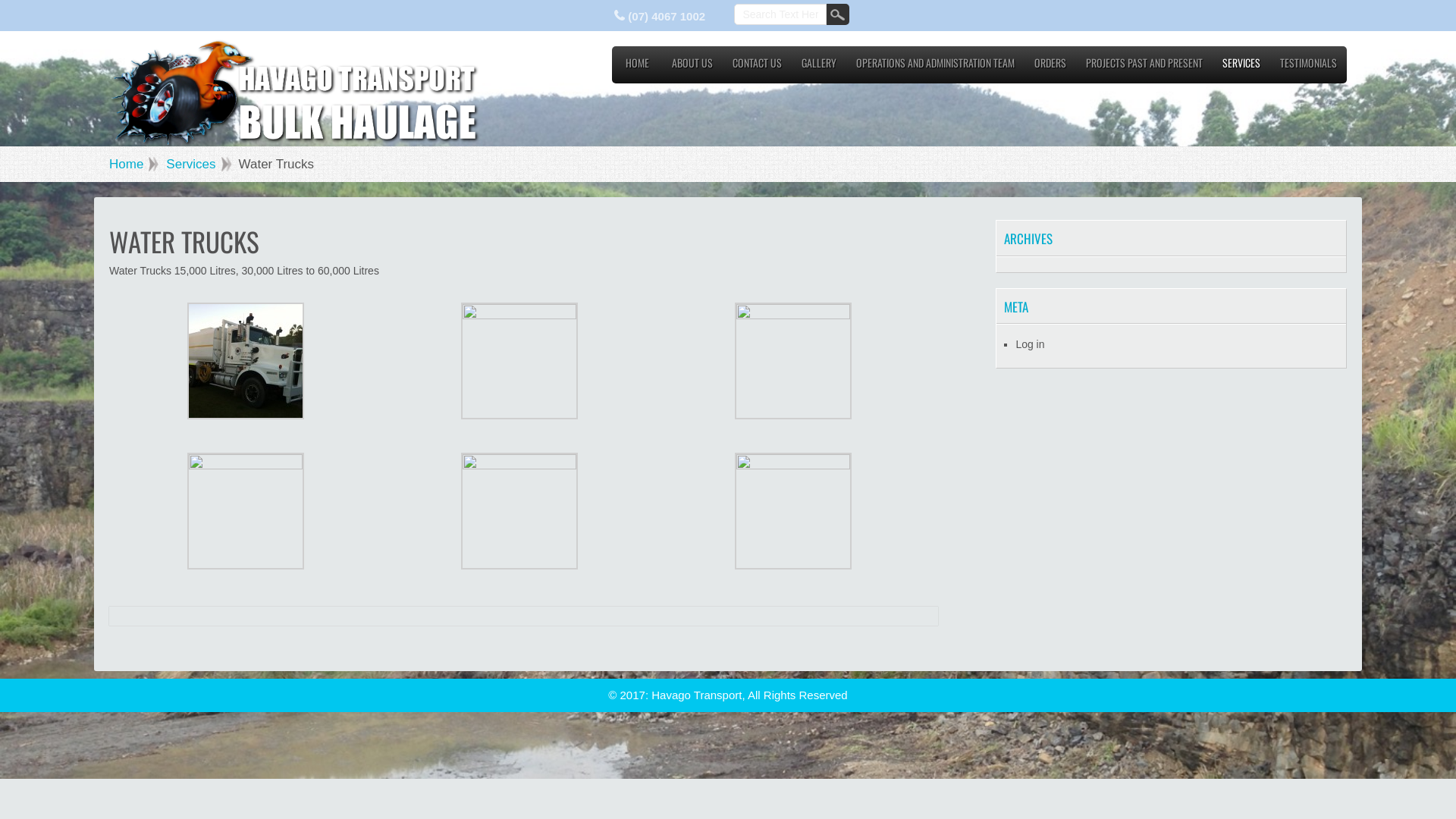  What do you see at coordinates (1241, 66) in the screenshot?
I see `'SERVICES'` at bounding box center [1241, 66].